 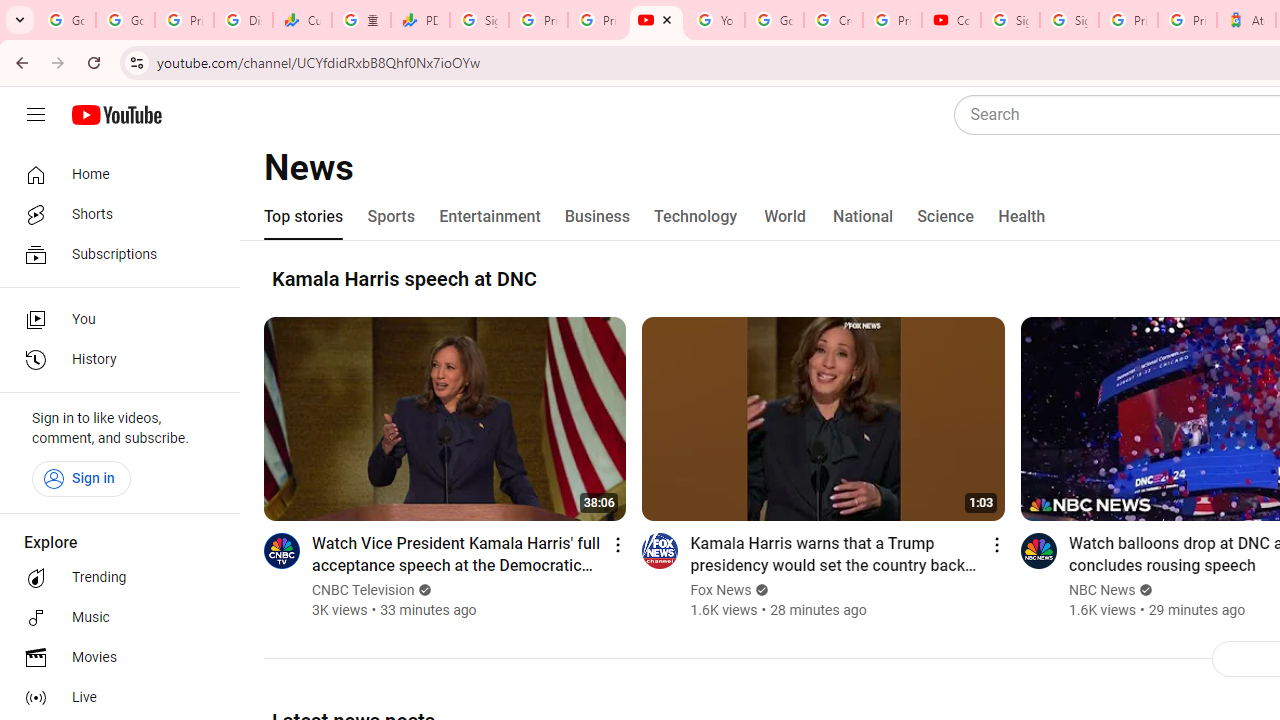 What do you see at coordinates (112, 360) in the screenshot?
I see `'History'` at bounding box center [112, 360].